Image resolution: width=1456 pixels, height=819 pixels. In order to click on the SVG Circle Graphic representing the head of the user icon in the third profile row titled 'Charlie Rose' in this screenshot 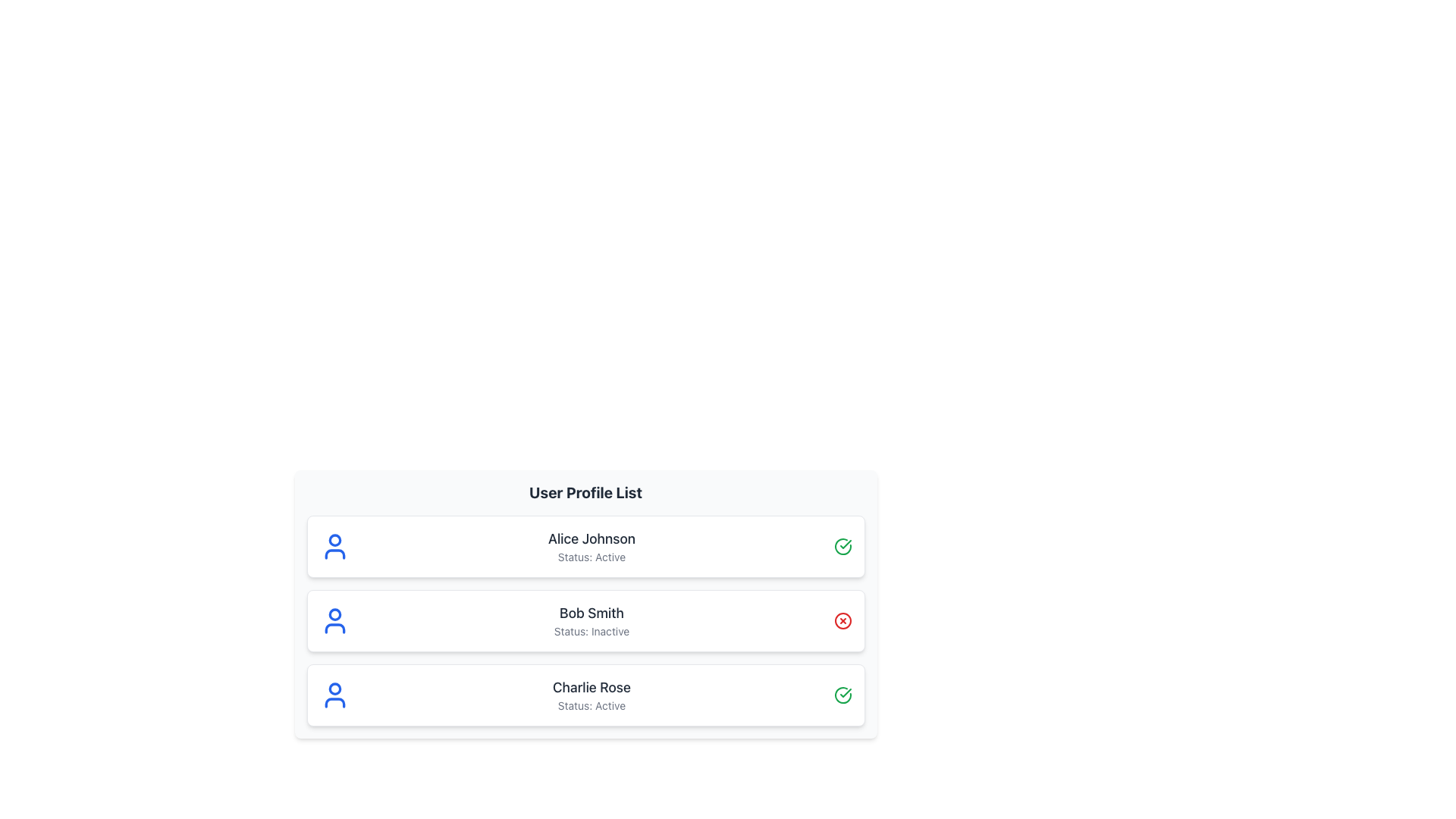, I will do `click(334, 689)`.